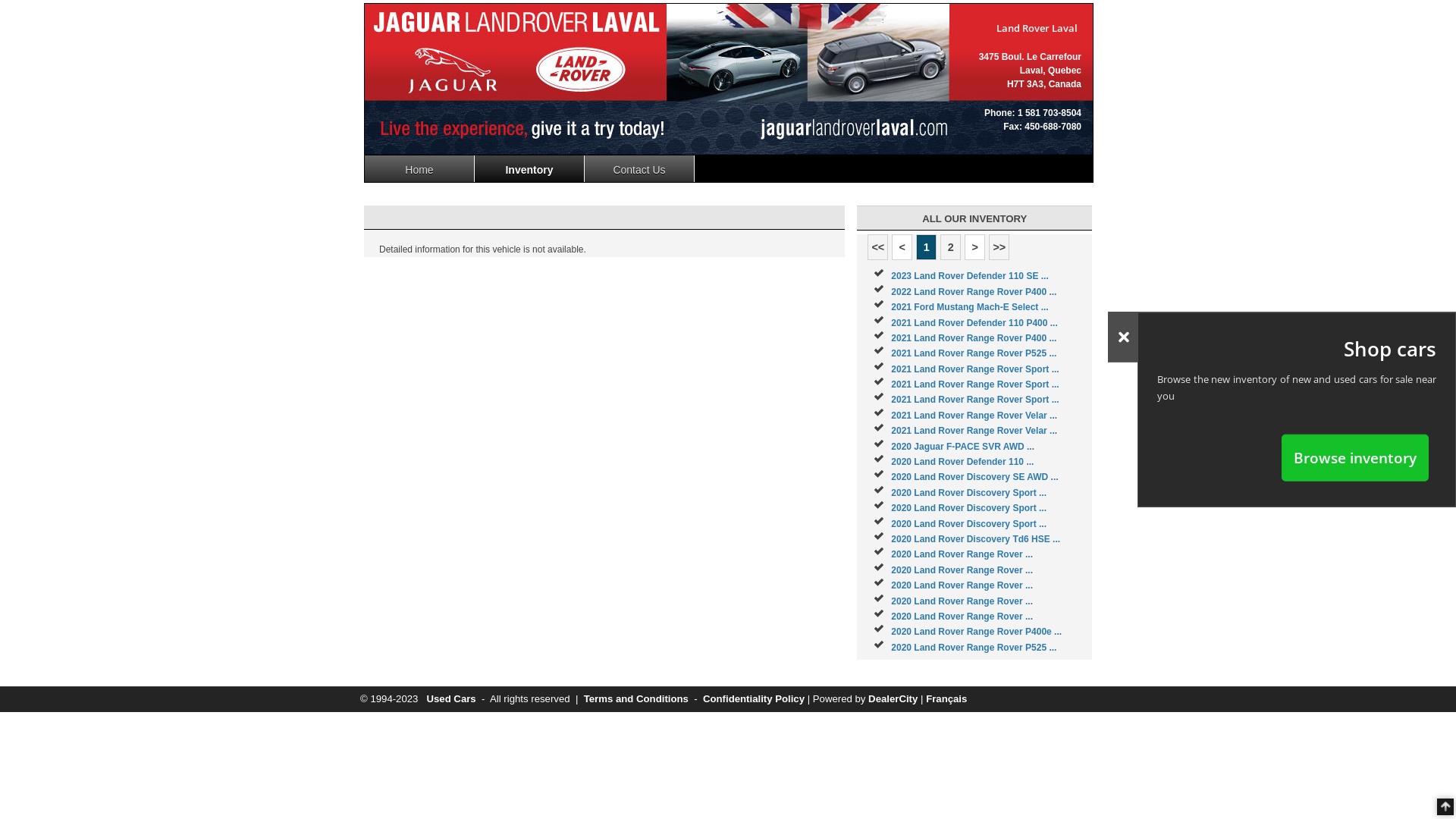 Image resolution: width=1456 pixels, height=819 pixels. I want to click on '2020 Land Rover Discovery Sport ...', so click(968, 522).